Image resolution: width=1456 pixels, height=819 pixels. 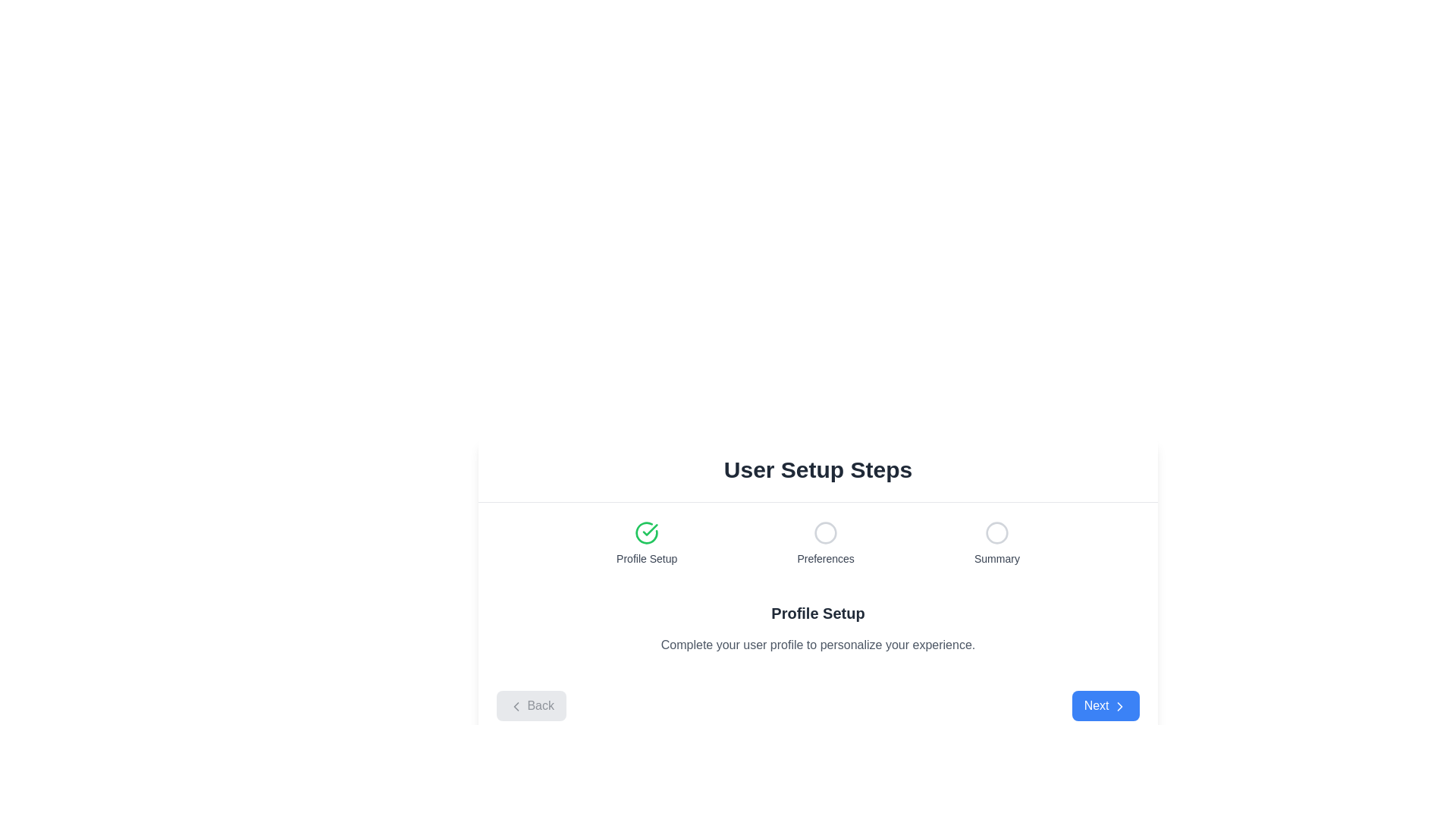 I want to click on the first circular icon indicating a completed step in the multi-step user setup process, located above the 'Profile Setup' text, so click(x=647, y=532).